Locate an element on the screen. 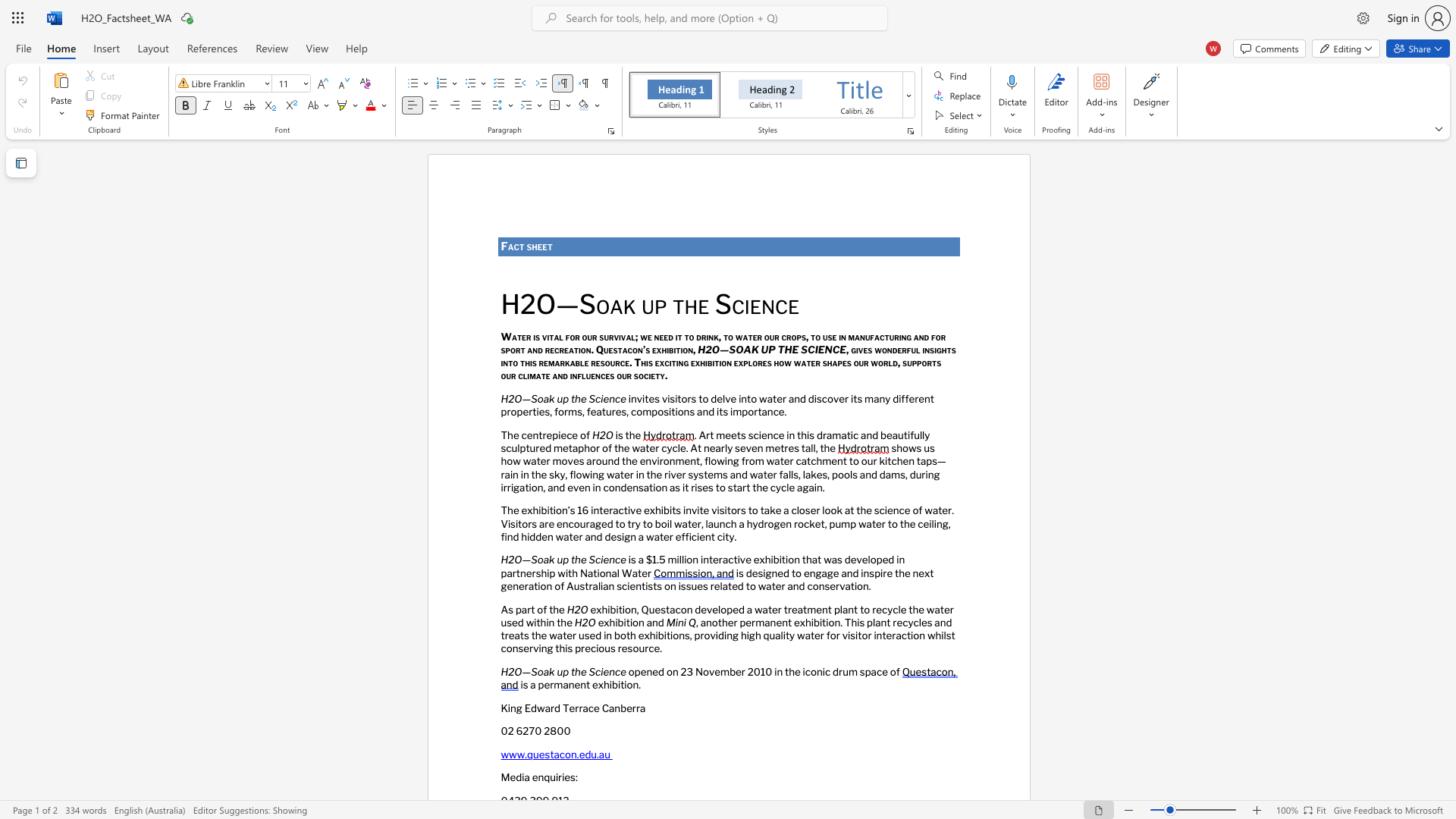  the subset text "lion interactive exhibition th" within the text "is a $1.5 million interactive exhibition that was developed in partnership with National Water" is located at coordinates (680, 560).